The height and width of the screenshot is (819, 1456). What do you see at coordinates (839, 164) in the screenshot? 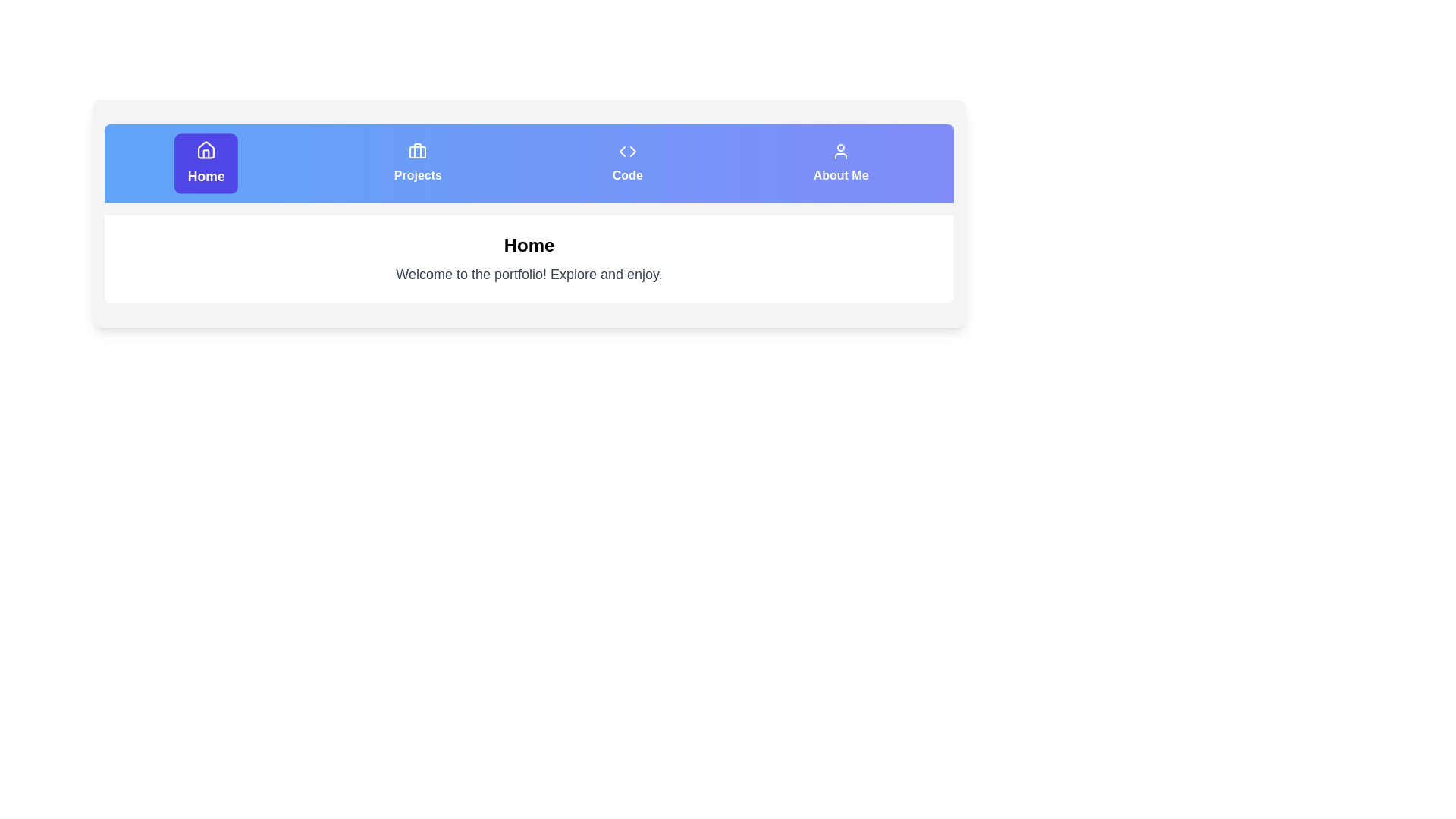
I see `the About Me tab to navigate to its content` at bounding box center [839, 164].